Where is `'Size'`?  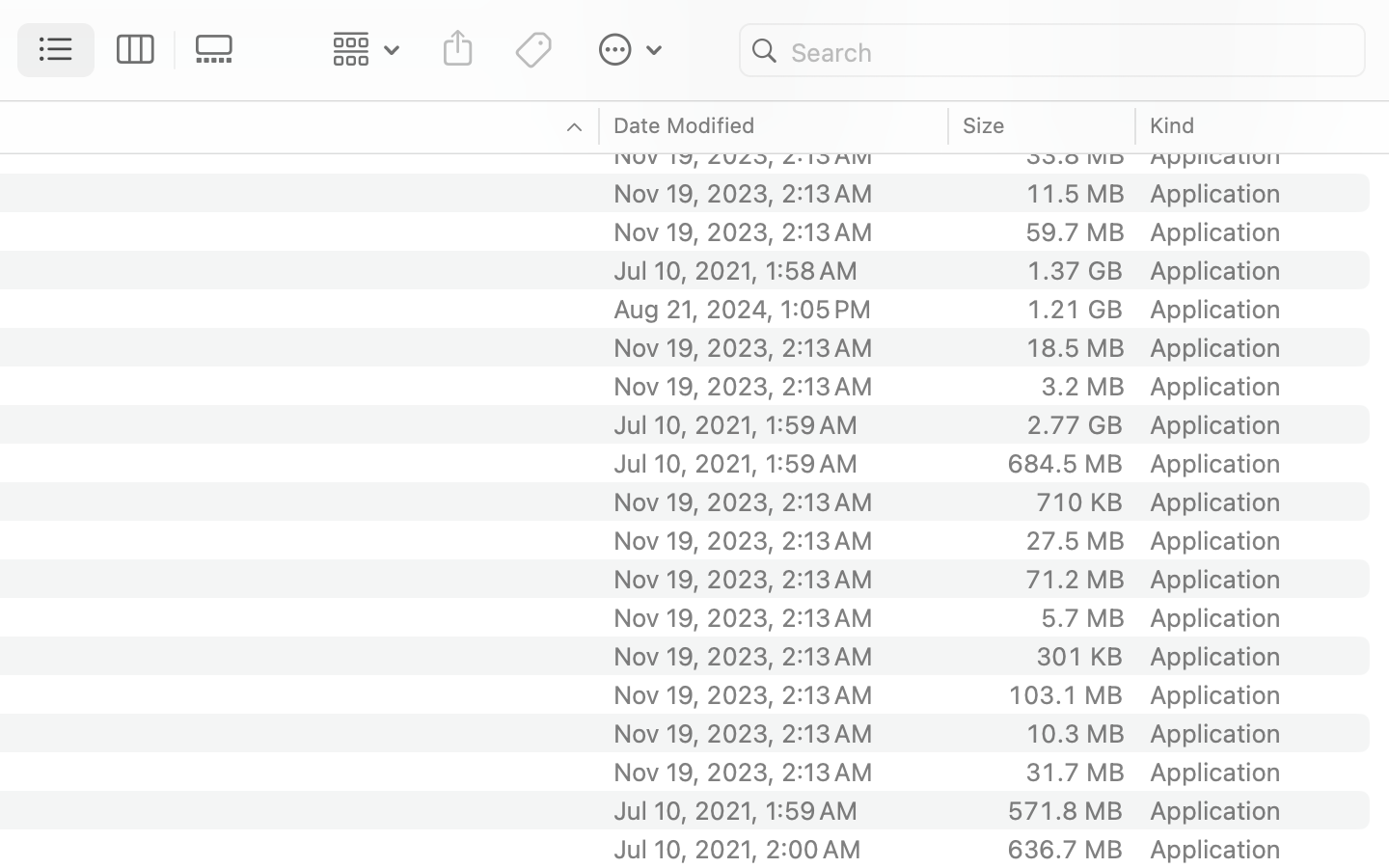
'Size' is located at coordinates (983, 124).